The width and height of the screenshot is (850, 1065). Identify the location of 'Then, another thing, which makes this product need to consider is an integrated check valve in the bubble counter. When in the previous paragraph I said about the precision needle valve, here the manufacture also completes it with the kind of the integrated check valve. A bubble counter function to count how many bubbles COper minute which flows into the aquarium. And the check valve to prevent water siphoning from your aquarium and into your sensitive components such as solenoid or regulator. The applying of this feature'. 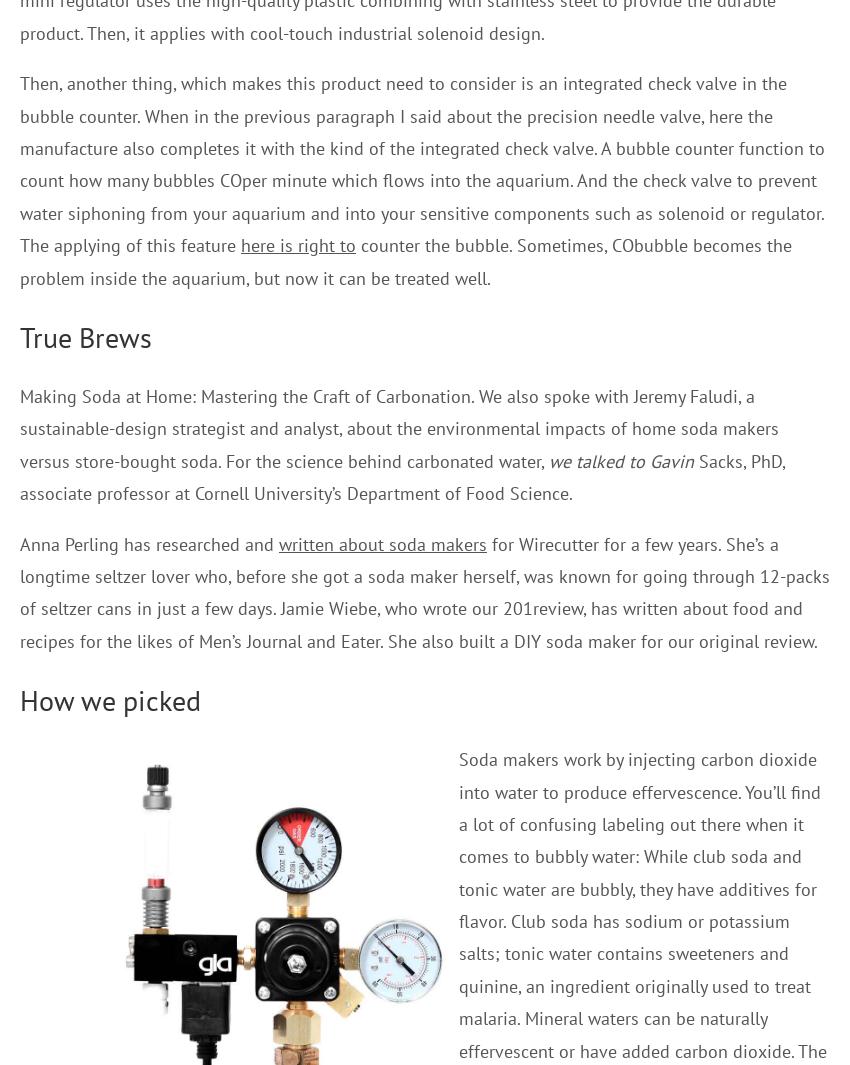
(422, 163).